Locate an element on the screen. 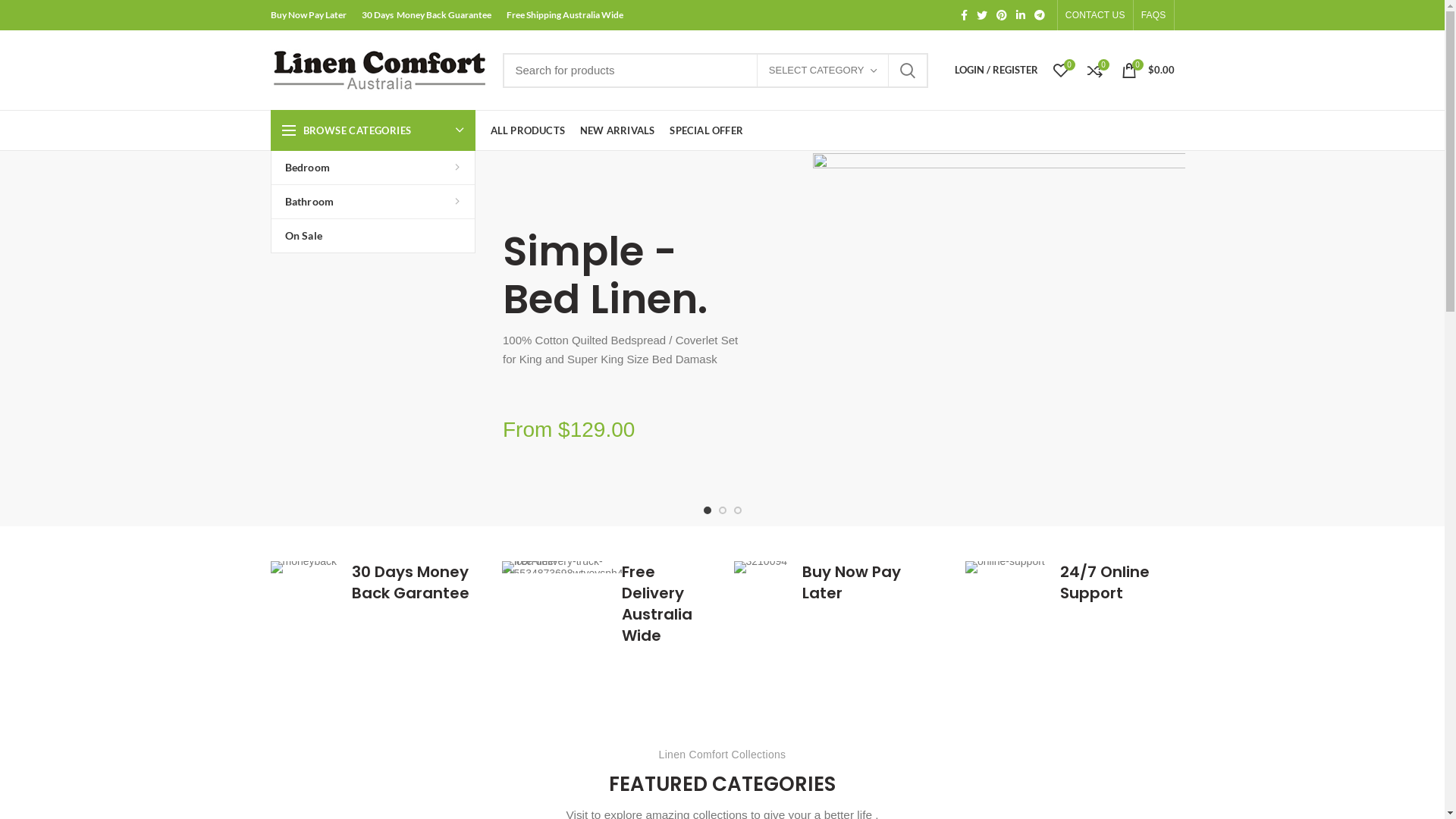 This screenshot has width=1456, height=819. 'Bathroom' is located at coordinates (372, 201).